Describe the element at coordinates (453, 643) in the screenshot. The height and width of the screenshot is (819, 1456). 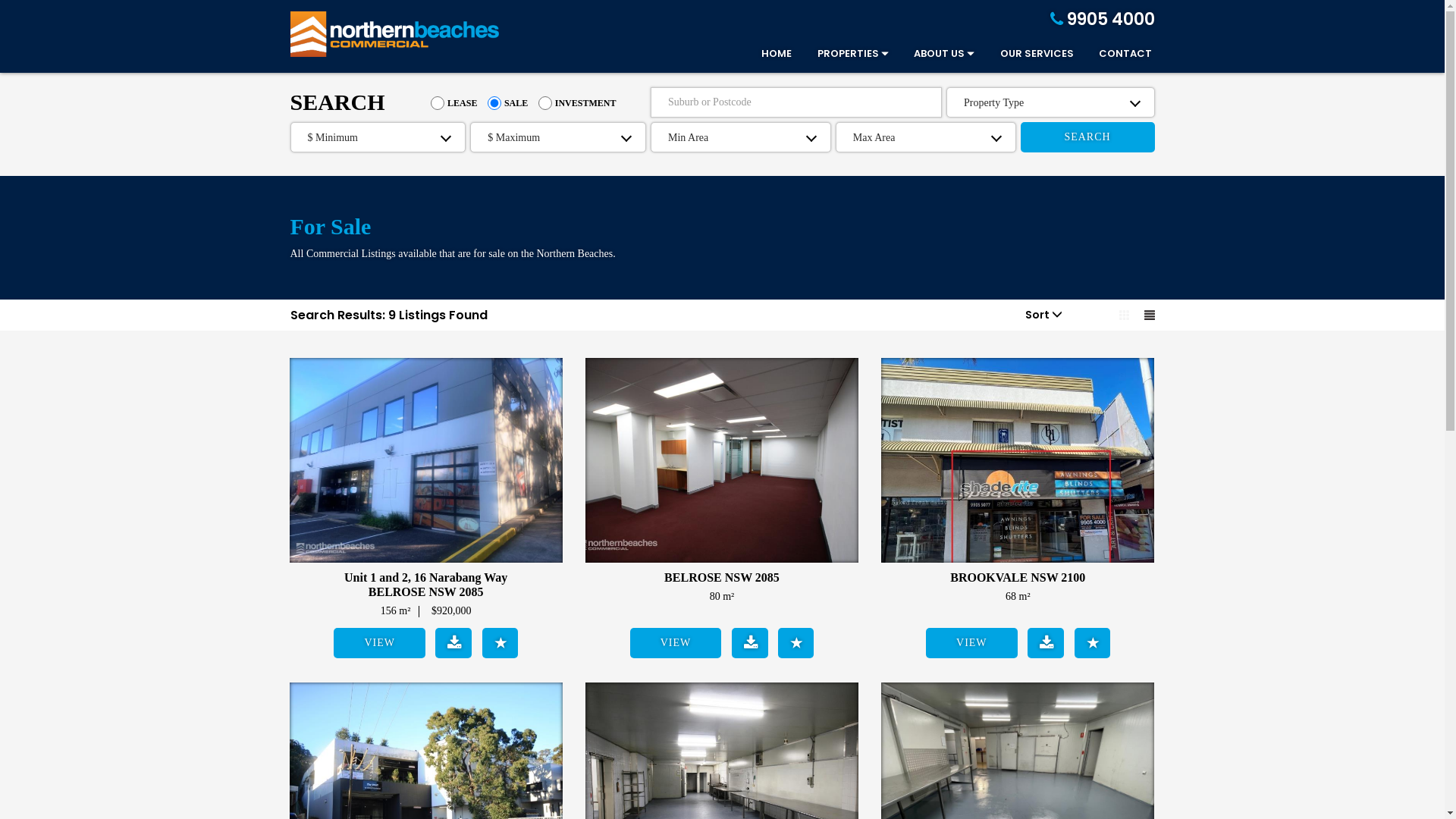
I see `'Download Brochure'` at that location.